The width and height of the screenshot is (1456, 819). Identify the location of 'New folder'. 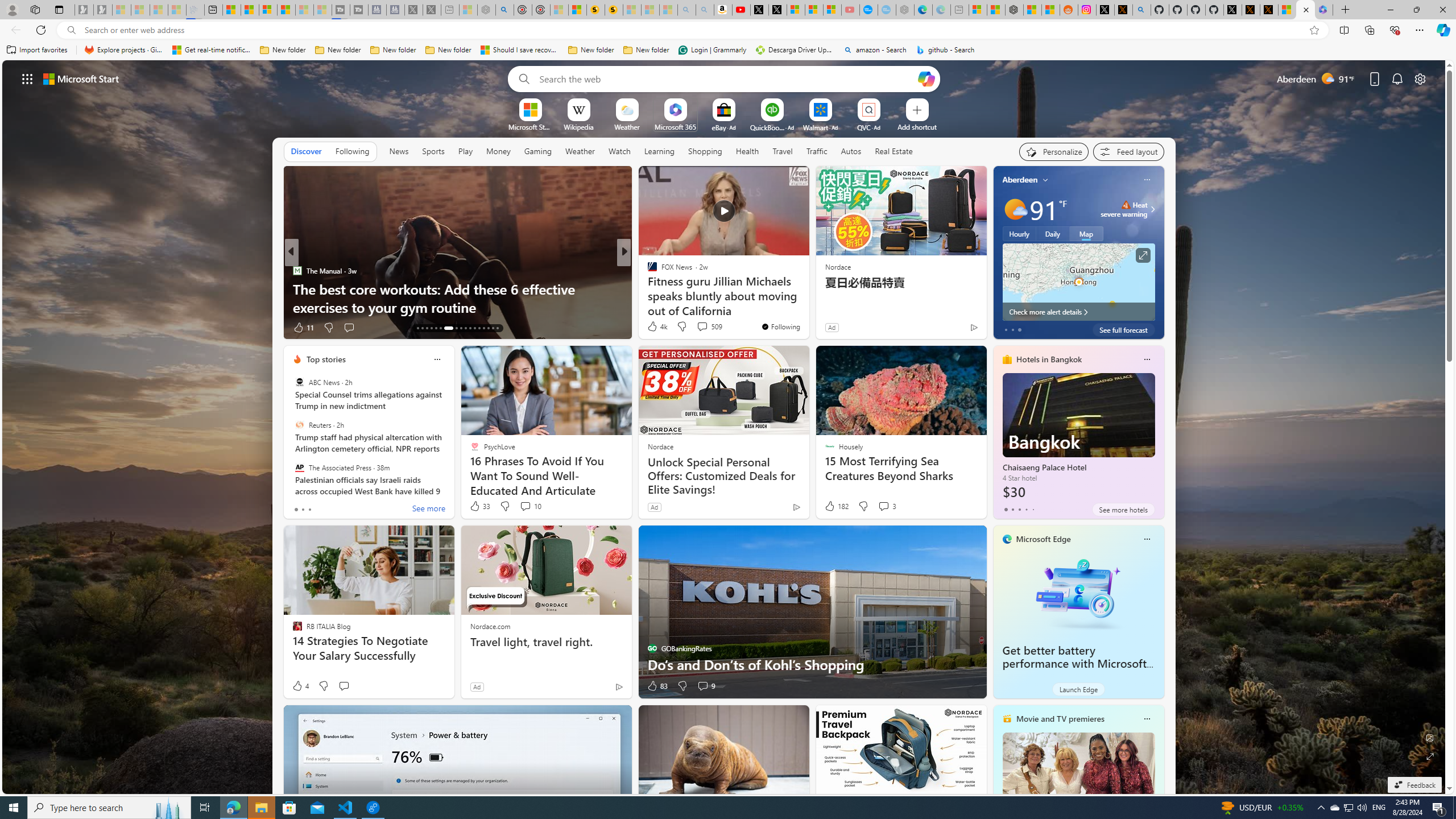
(646, 49).